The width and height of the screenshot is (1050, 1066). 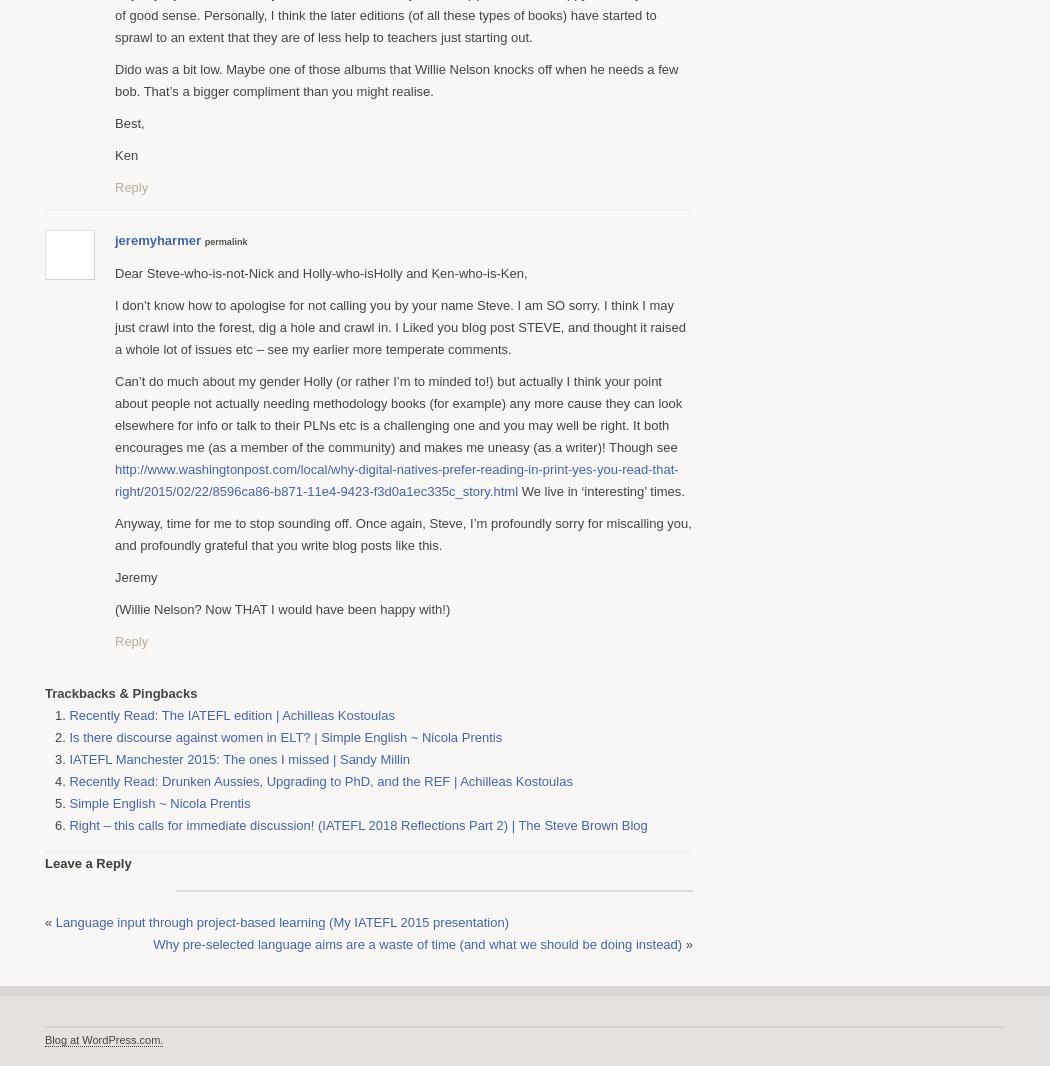 I want to click on 'Ken', so click(x=125, y=153).